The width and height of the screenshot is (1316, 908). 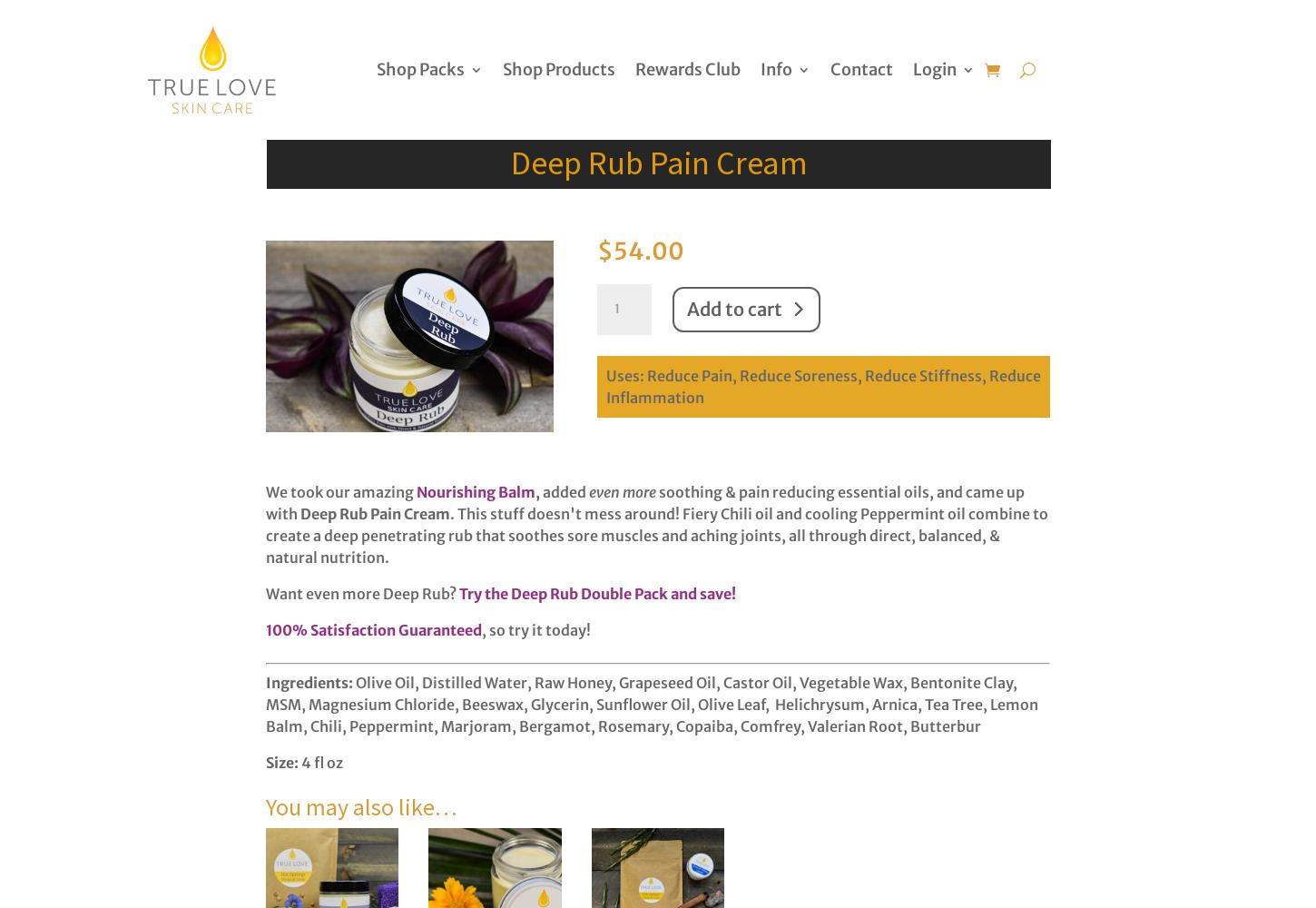 What do you see at coordinates (537, 492) in the screenshot?
I see `','` at bounding box center [537, 492].